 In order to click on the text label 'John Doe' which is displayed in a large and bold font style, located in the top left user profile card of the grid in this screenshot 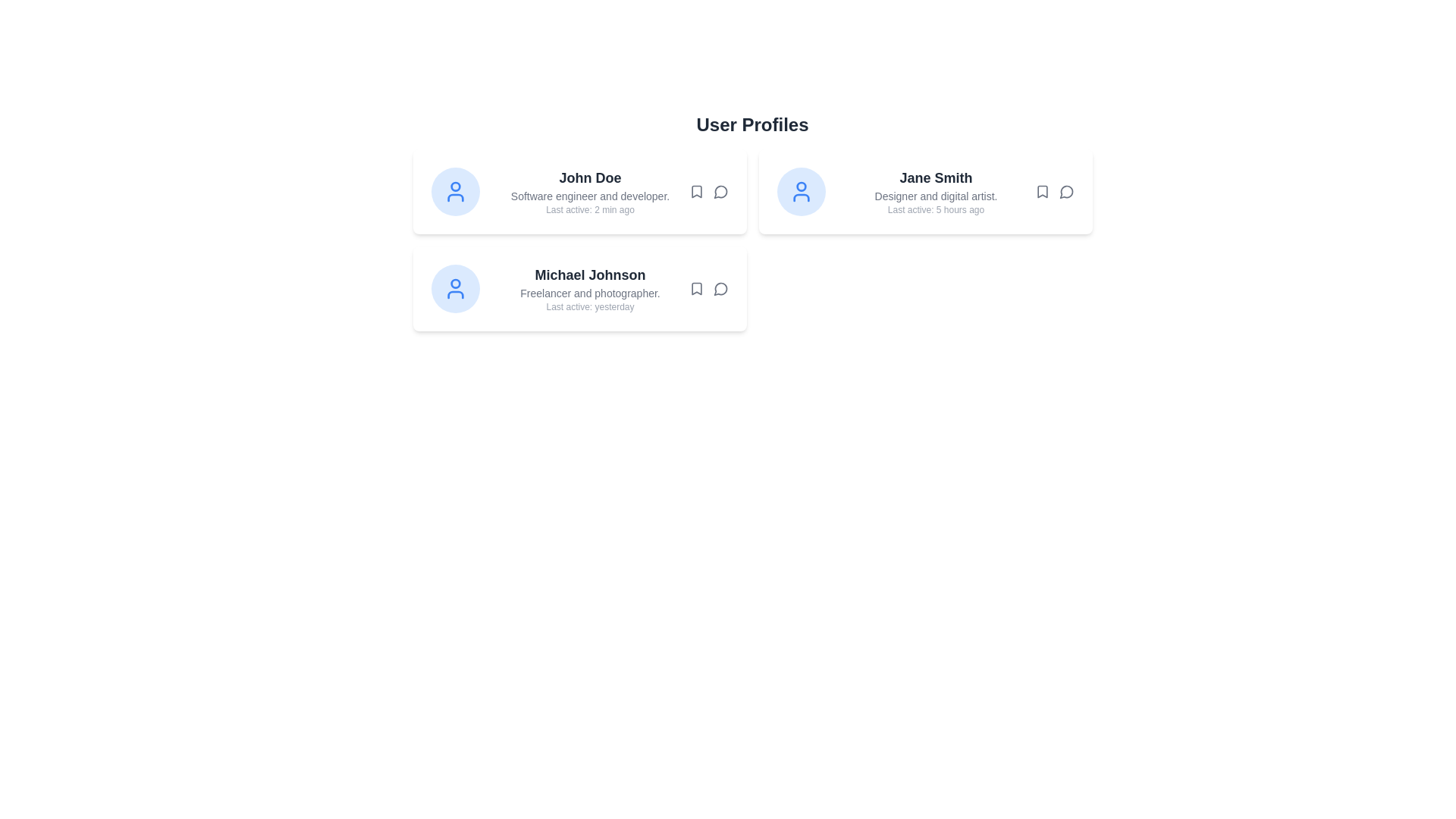, I will do `click(589, 177)`.